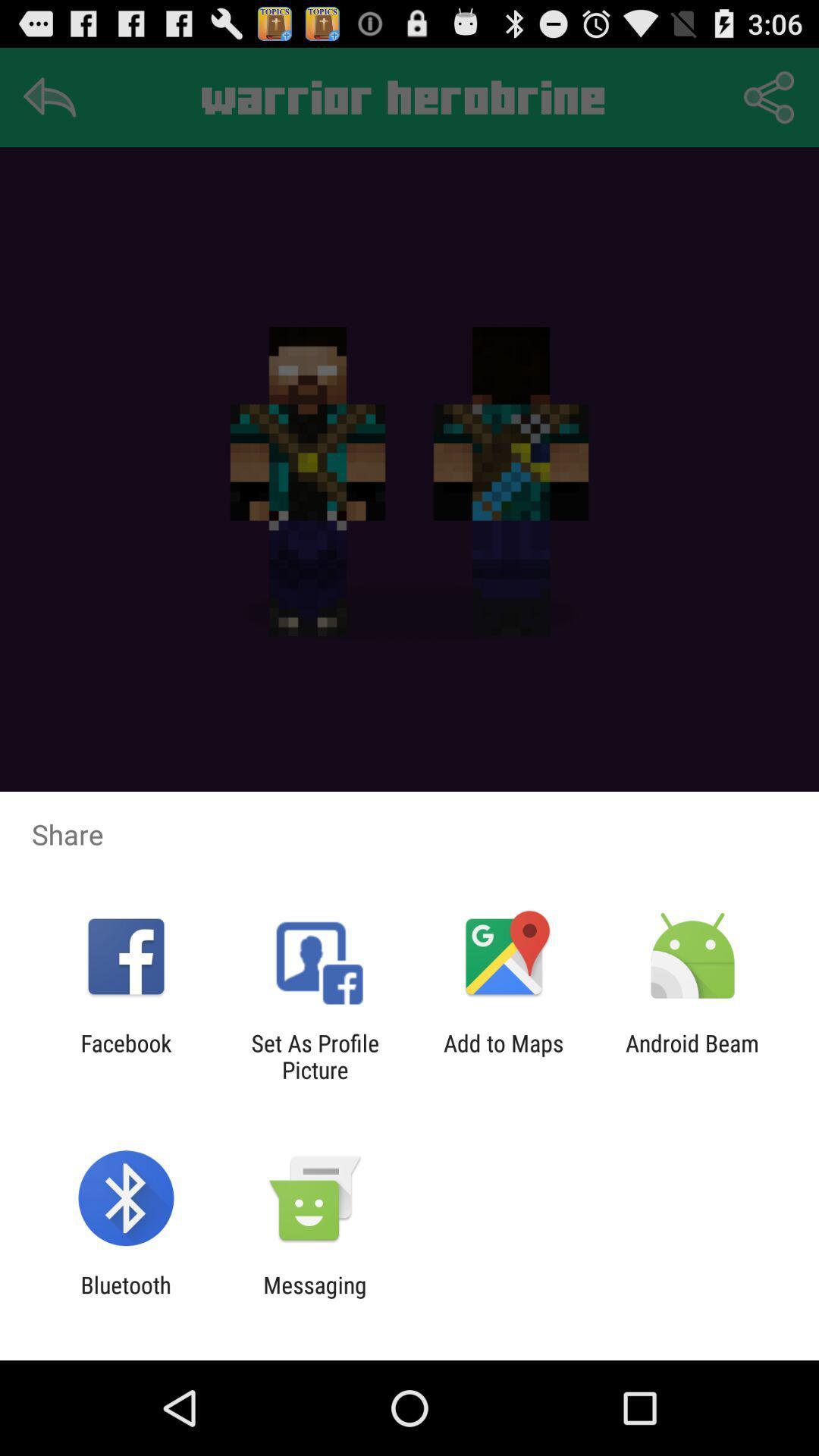  What do you see at coordinates (504, 1056) in the screenshot?
I see `item next to android beam icon` at bounding box center [504, 1056].